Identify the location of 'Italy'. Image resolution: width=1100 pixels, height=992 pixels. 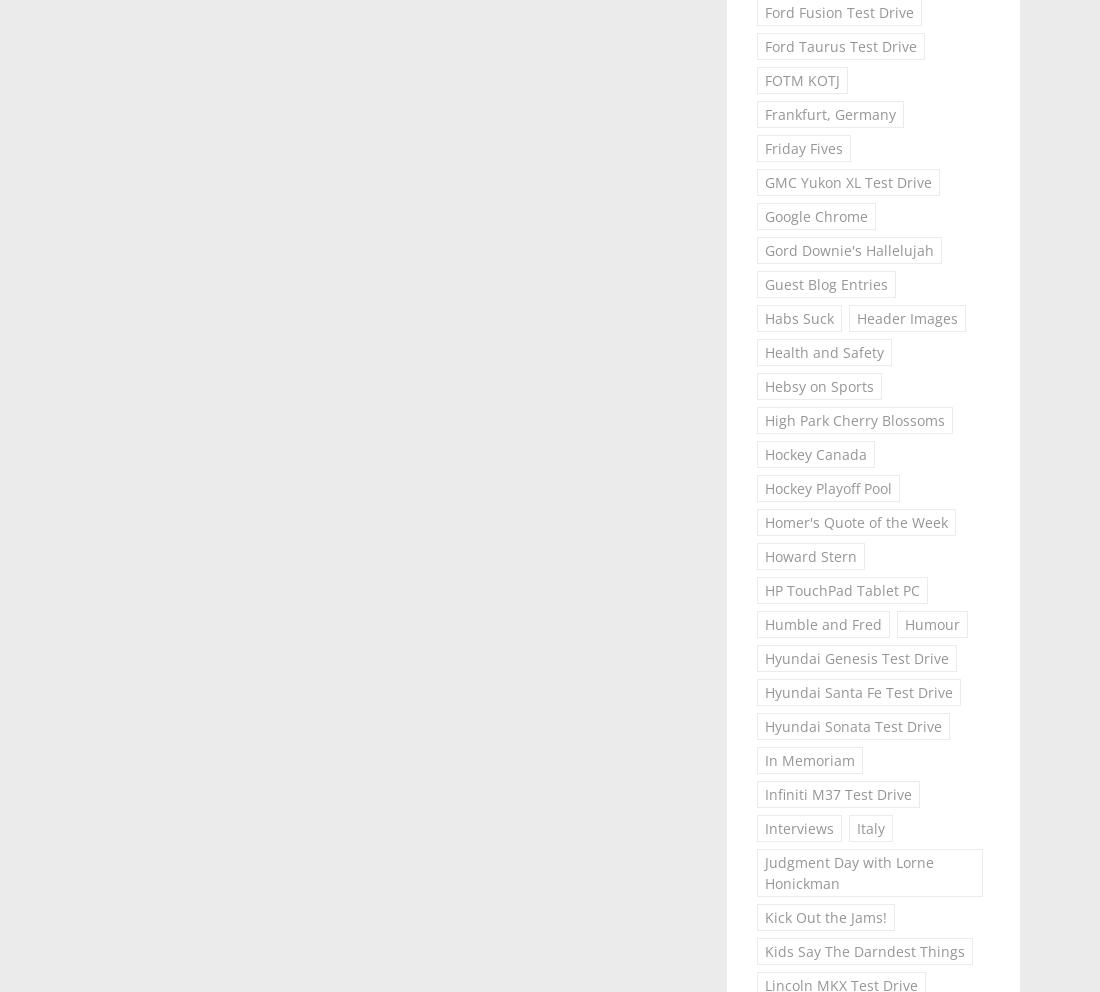
(855, 827).